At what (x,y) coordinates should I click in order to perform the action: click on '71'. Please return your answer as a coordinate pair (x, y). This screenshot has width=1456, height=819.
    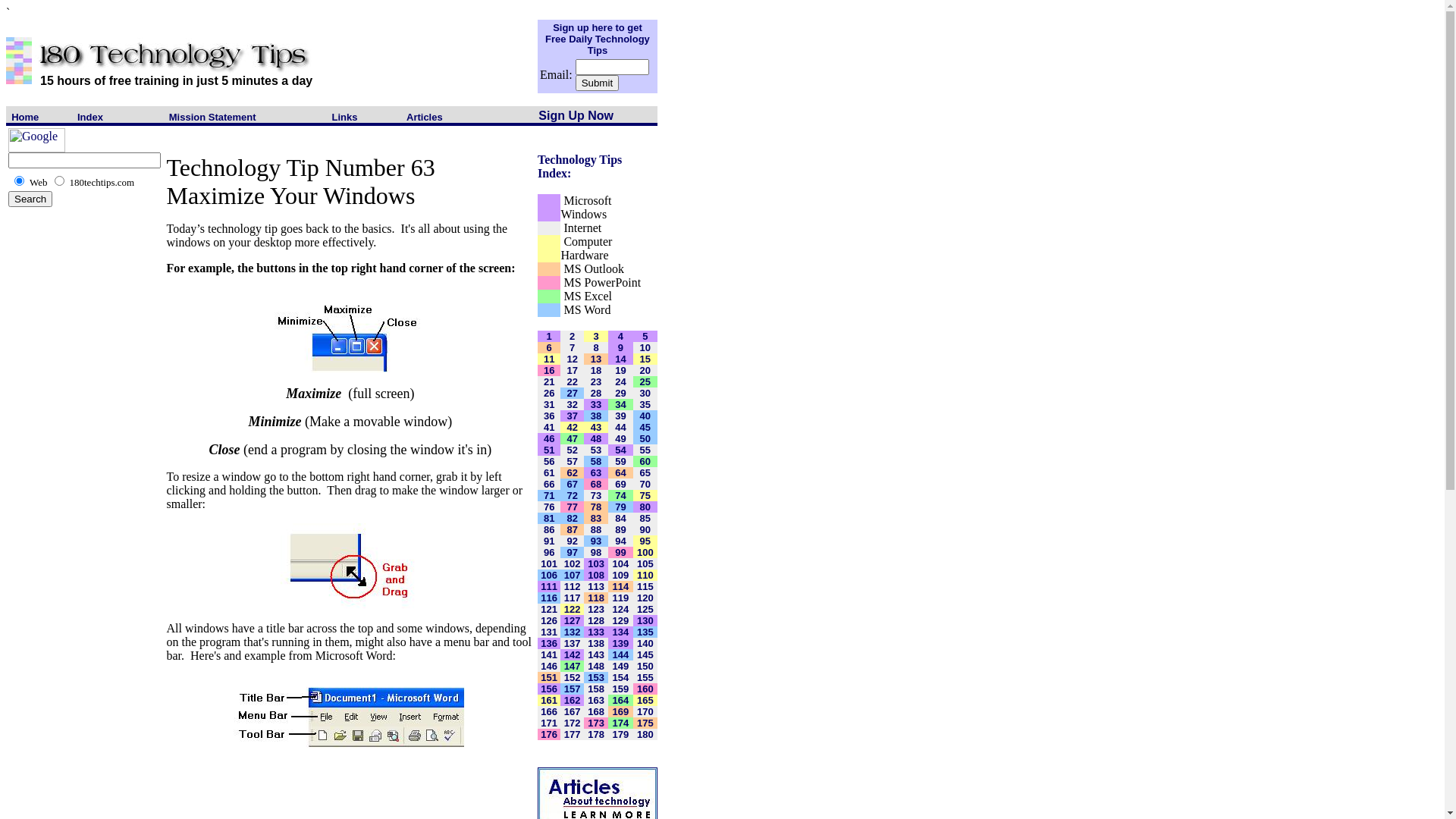
    Looking at the image, I should click on (548, 495).